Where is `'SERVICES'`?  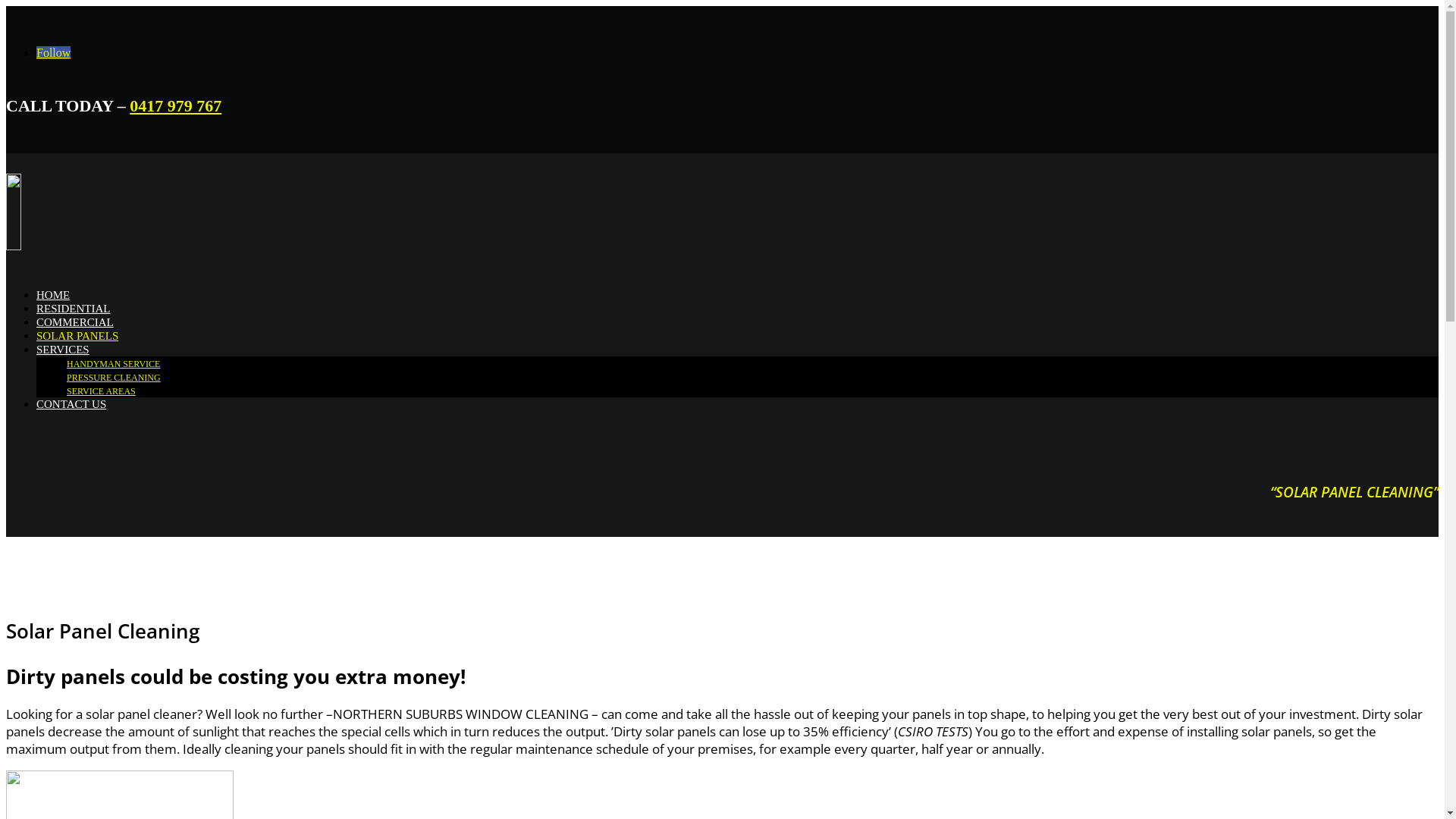
'SERVICES' is located at coordinates (61, 350).